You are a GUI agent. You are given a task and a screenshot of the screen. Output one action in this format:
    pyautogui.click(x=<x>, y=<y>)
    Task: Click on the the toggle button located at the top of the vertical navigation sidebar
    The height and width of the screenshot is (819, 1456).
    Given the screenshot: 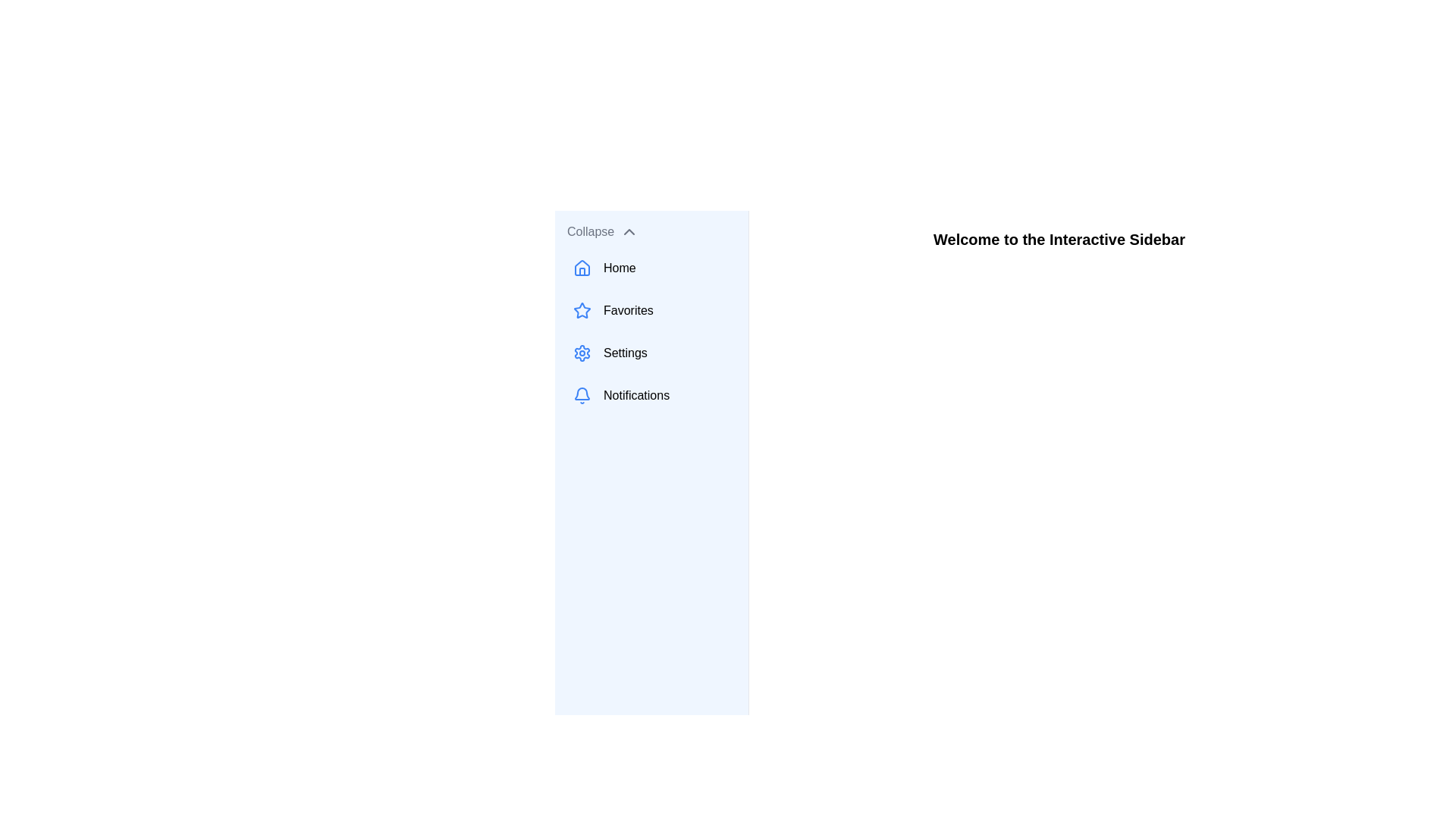 What is the action you would take?
    pyautogui.click(x=651, y=231)
    